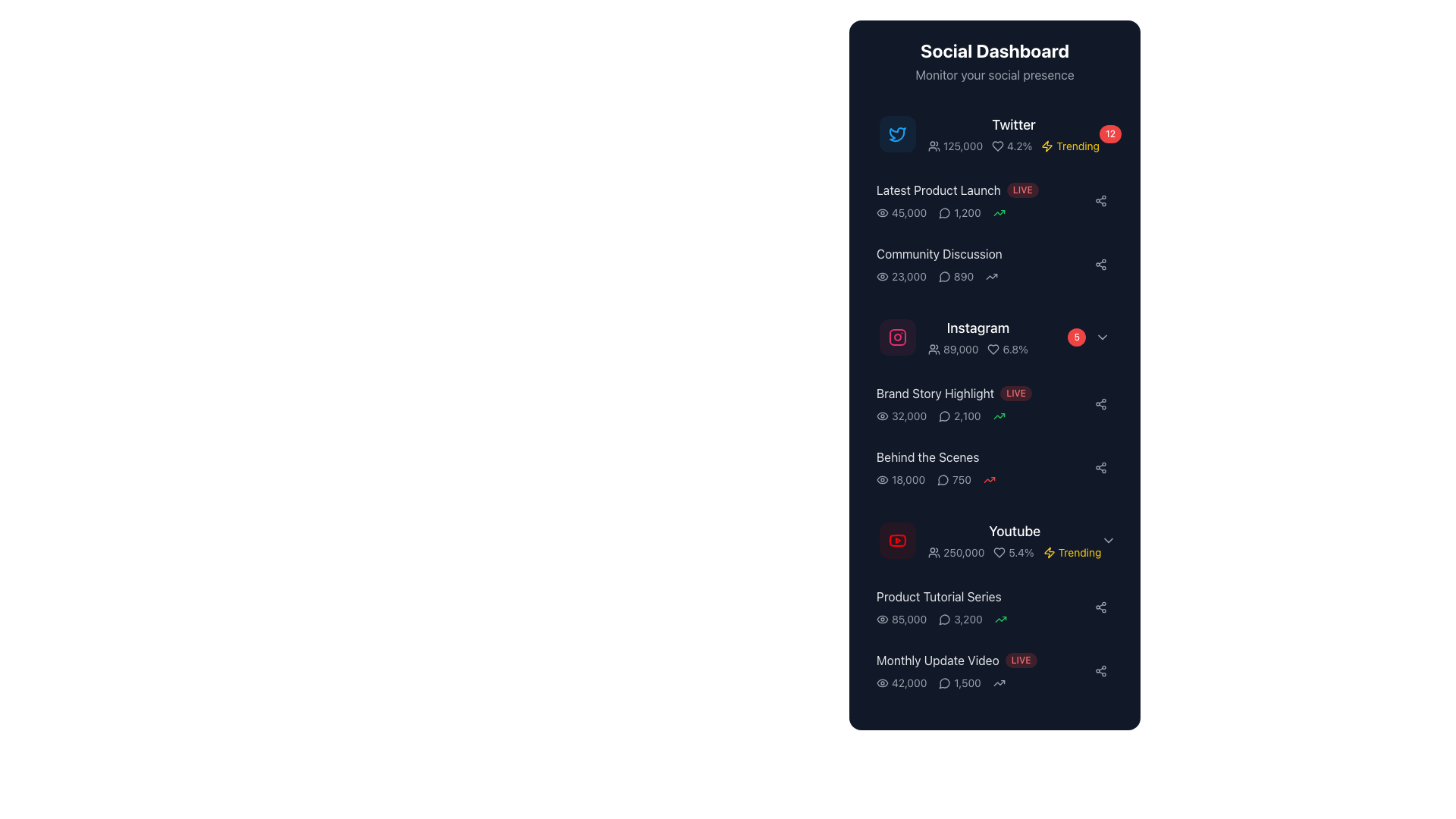 This screenshot has height=819, width=1456. What do you see at coordinates (990, 540) in the screenshot?
I see `the composite dashboard entry displaying YouTube social media metrics, which includes user count and activity percentage, located in the sixth position of the 'Social Dashboard' panel` at bounding box center [990, 540].